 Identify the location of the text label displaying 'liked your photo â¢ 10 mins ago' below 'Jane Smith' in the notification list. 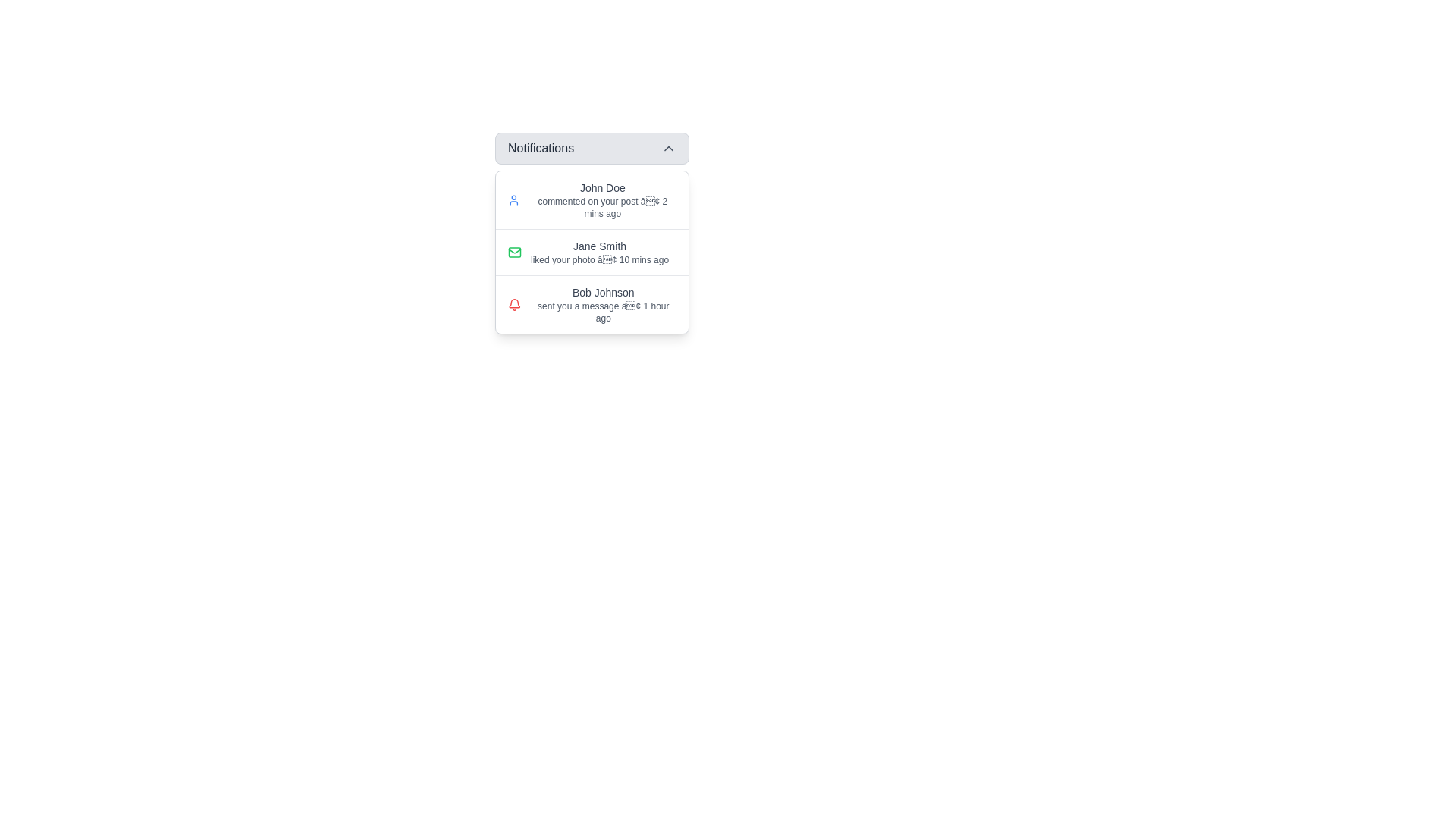
(599, 259).